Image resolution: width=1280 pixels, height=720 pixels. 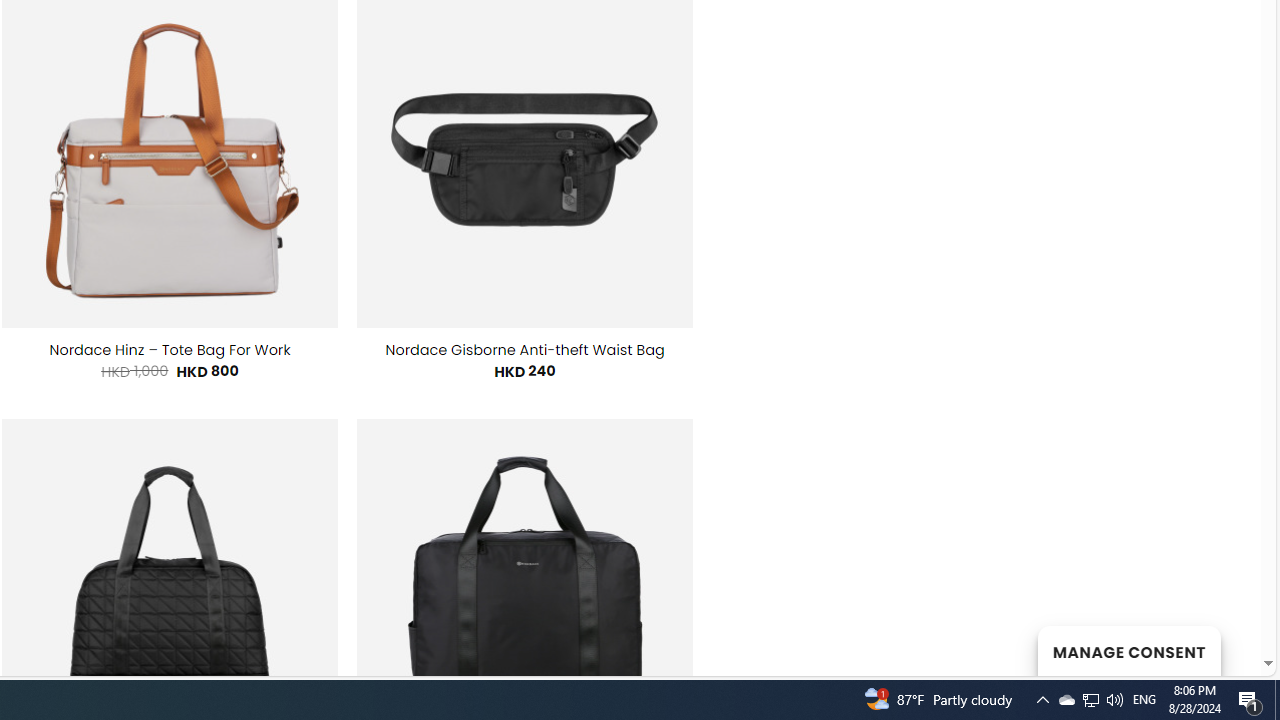 What do you see at coordinates (1128, 650) in the screenshot?
I see `'MANAGE CONSENT'` at bounding box center [1128, 650].